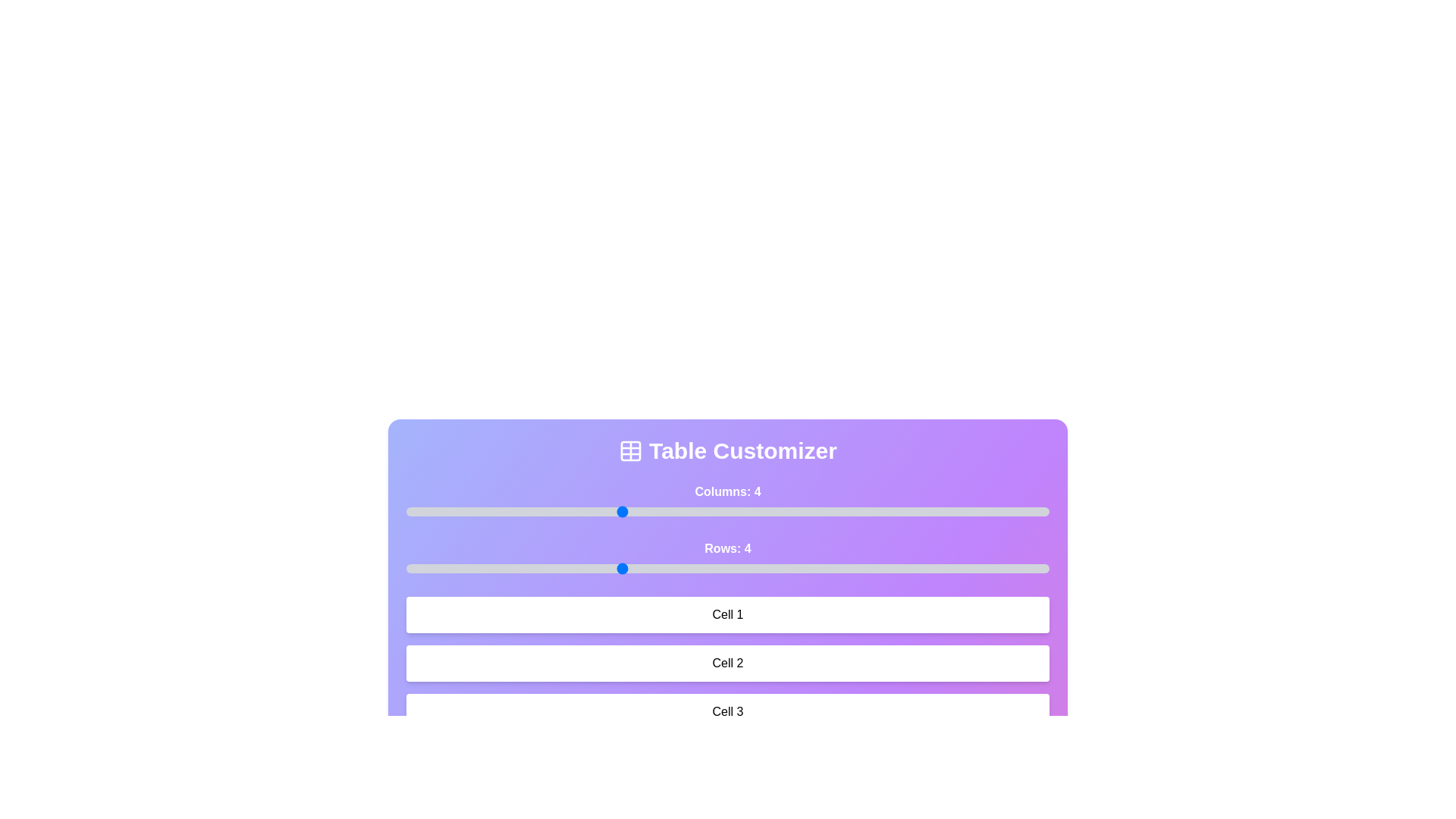  Describe the element at coordinates (513, 512) in the screenshot. I see `the column slider to set the number of columns to 3` at that location.